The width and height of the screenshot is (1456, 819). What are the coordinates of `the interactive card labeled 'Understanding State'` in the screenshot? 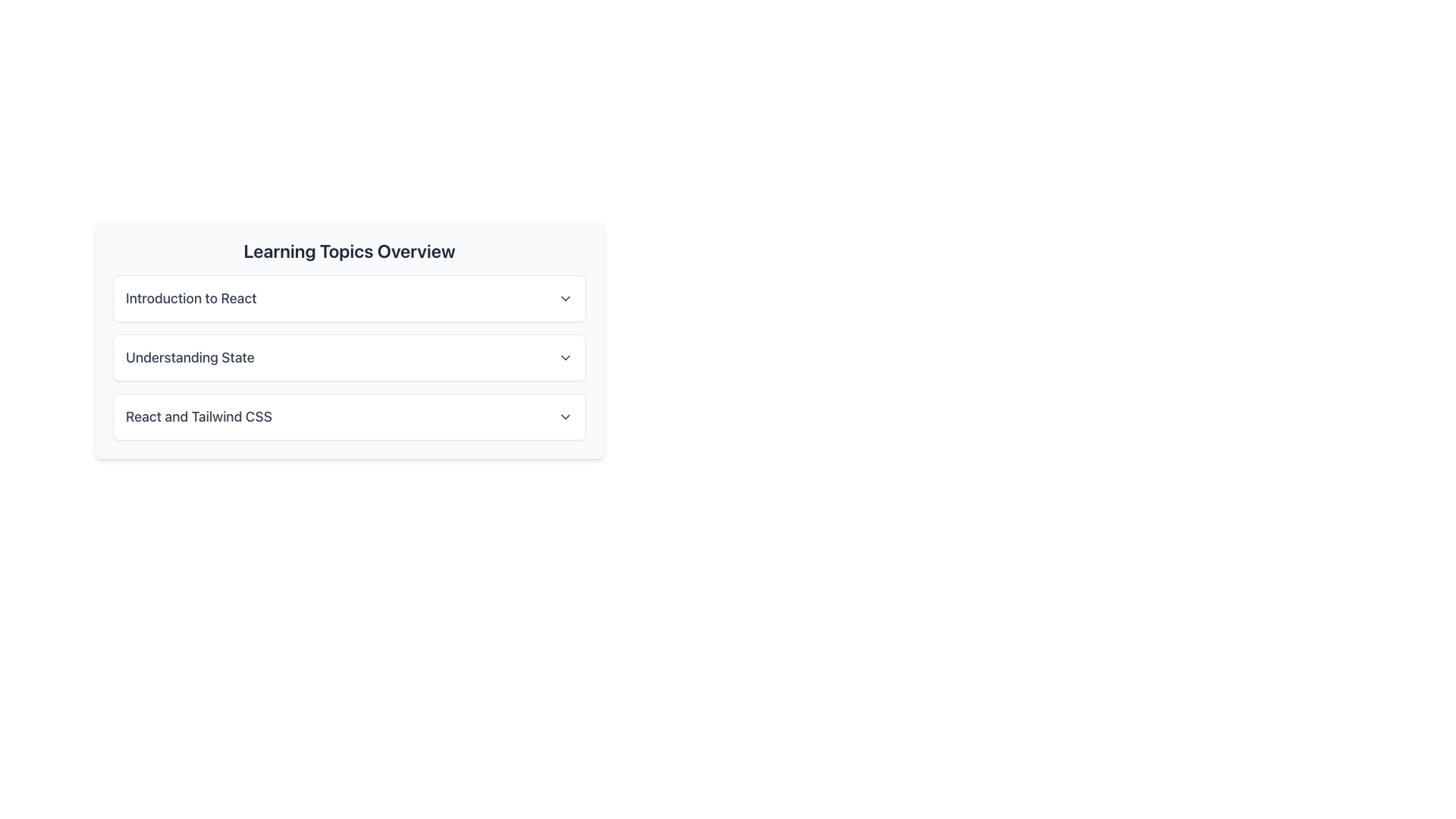 It's located at (348, 338).